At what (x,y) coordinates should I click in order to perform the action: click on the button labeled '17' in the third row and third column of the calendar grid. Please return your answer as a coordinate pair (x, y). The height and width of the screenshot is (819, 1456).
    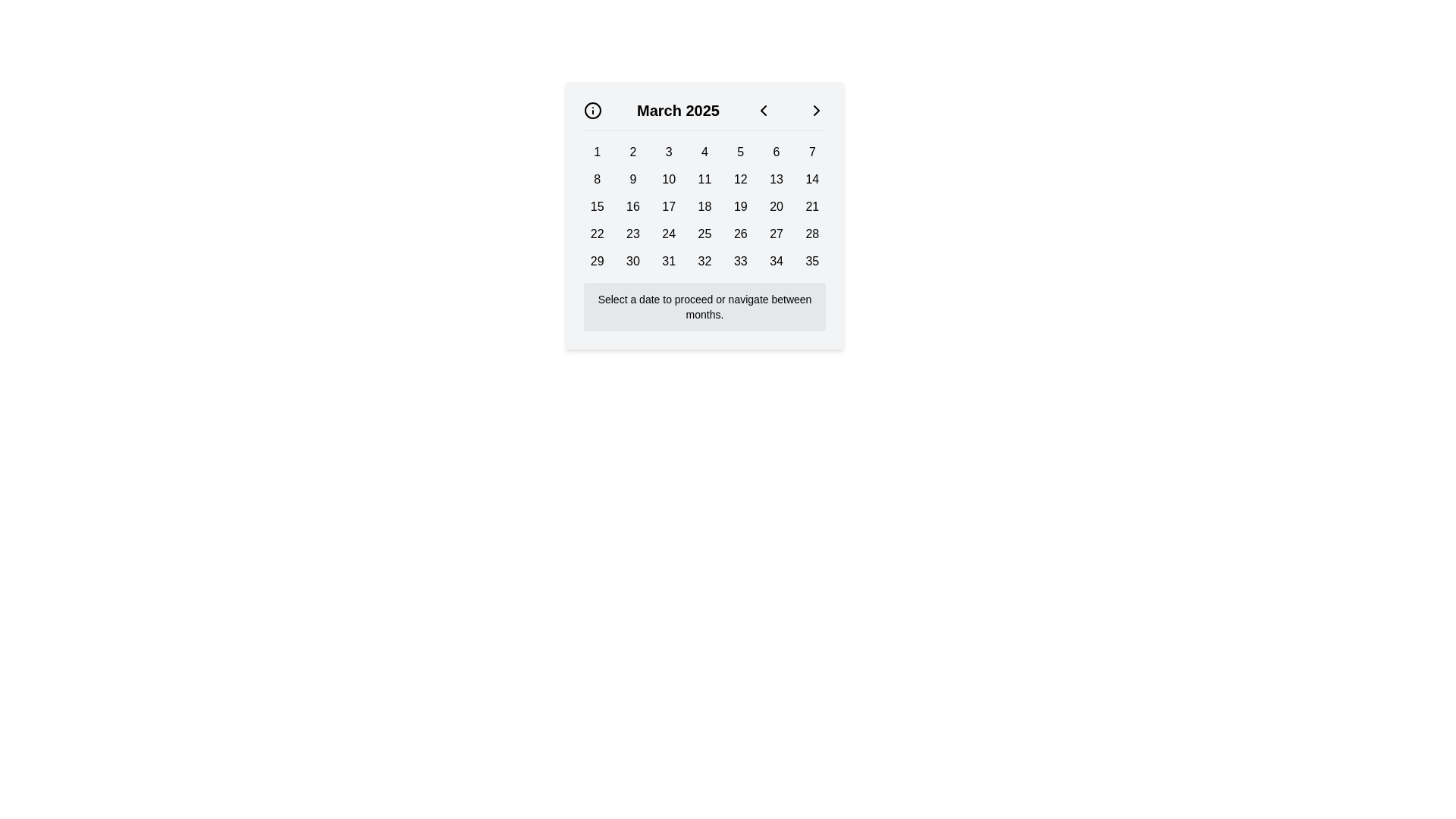
    Looking at the image, I should click on (668, 207).